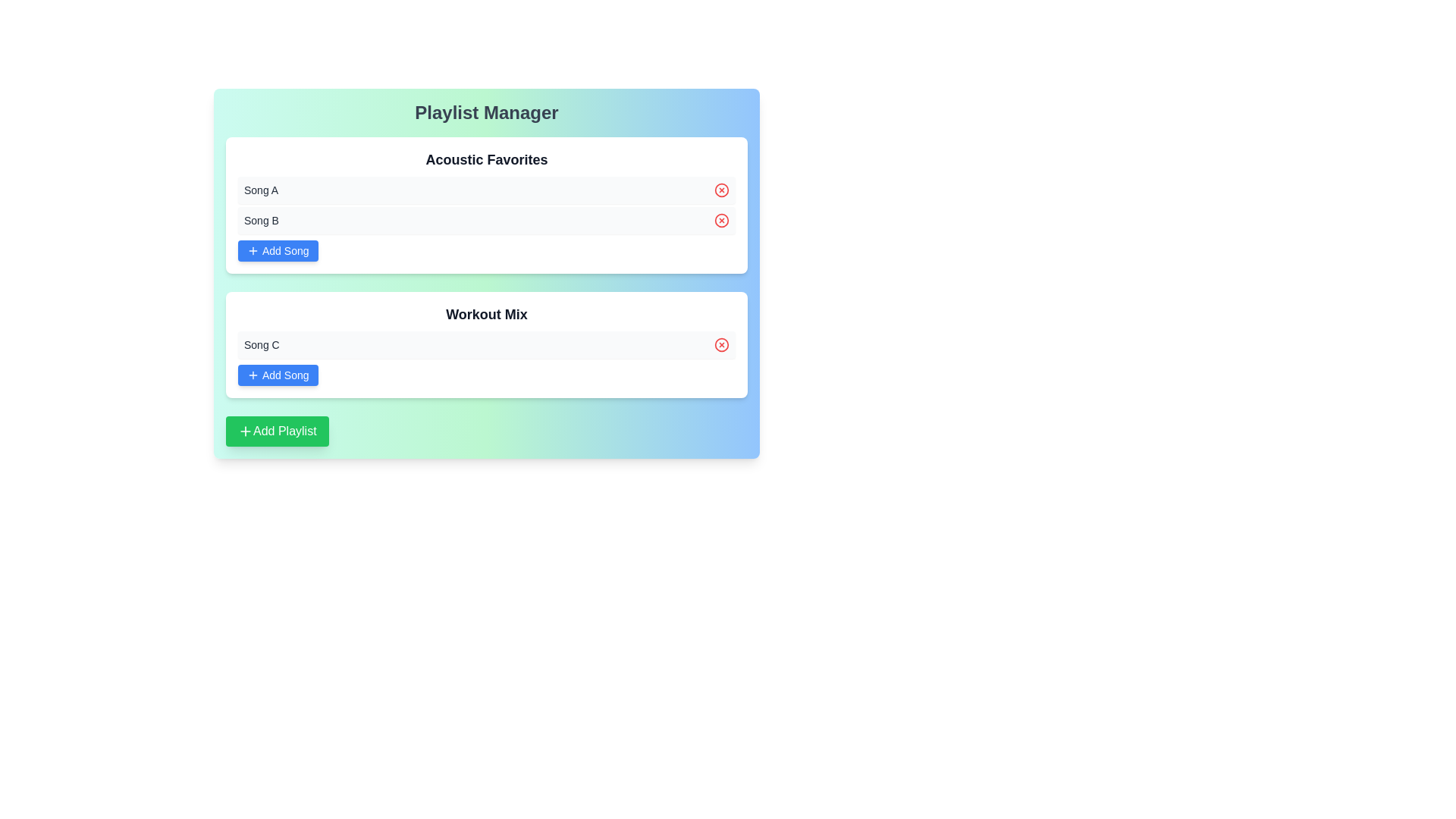 This screenshot has width=1456, height=819. I want to click on the button located at the bottom left of the 'Acoustic Favorites' section to observe hover effects, so click(278, 250).